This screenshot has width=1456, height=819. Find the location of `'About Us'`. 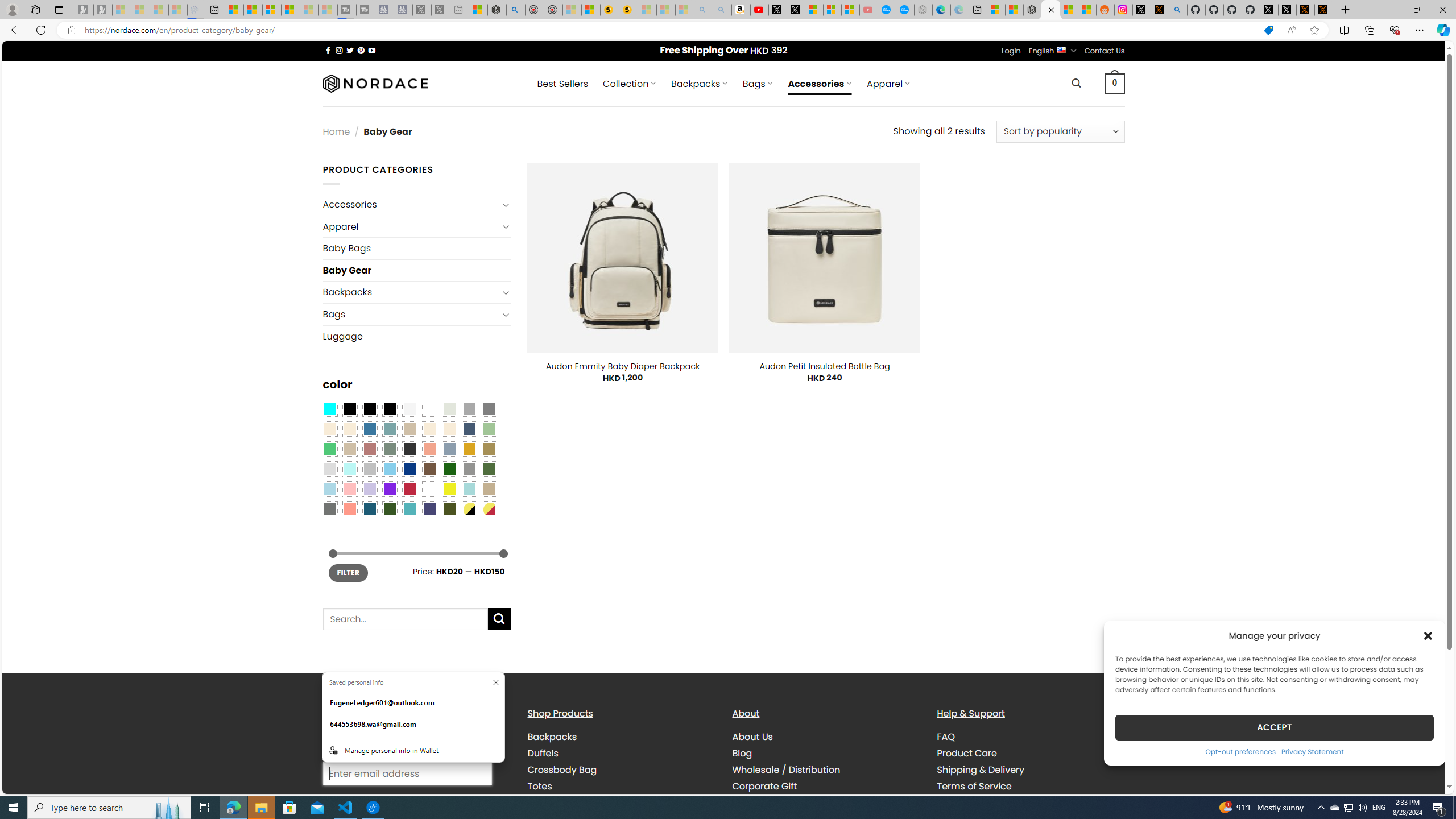

'About Us' is located at coordinates (752, 737).